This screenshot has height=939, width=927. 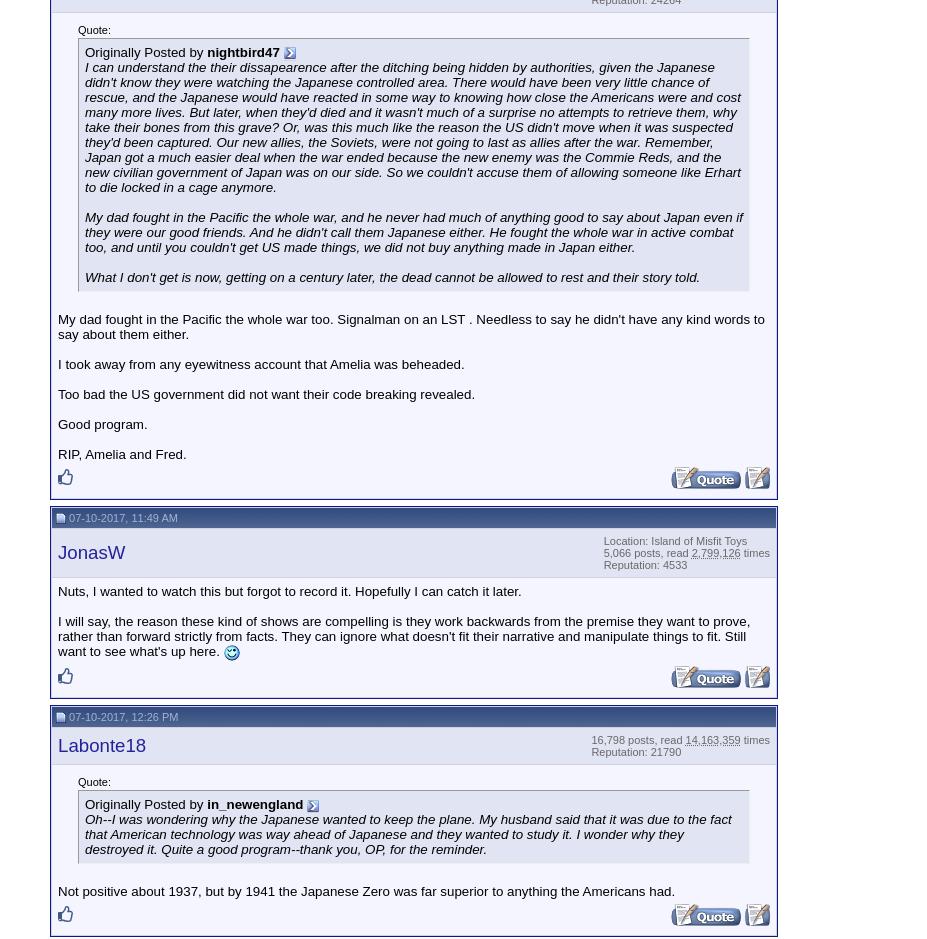 I want to click on 'Labonte18', so click(x=100, y=745).